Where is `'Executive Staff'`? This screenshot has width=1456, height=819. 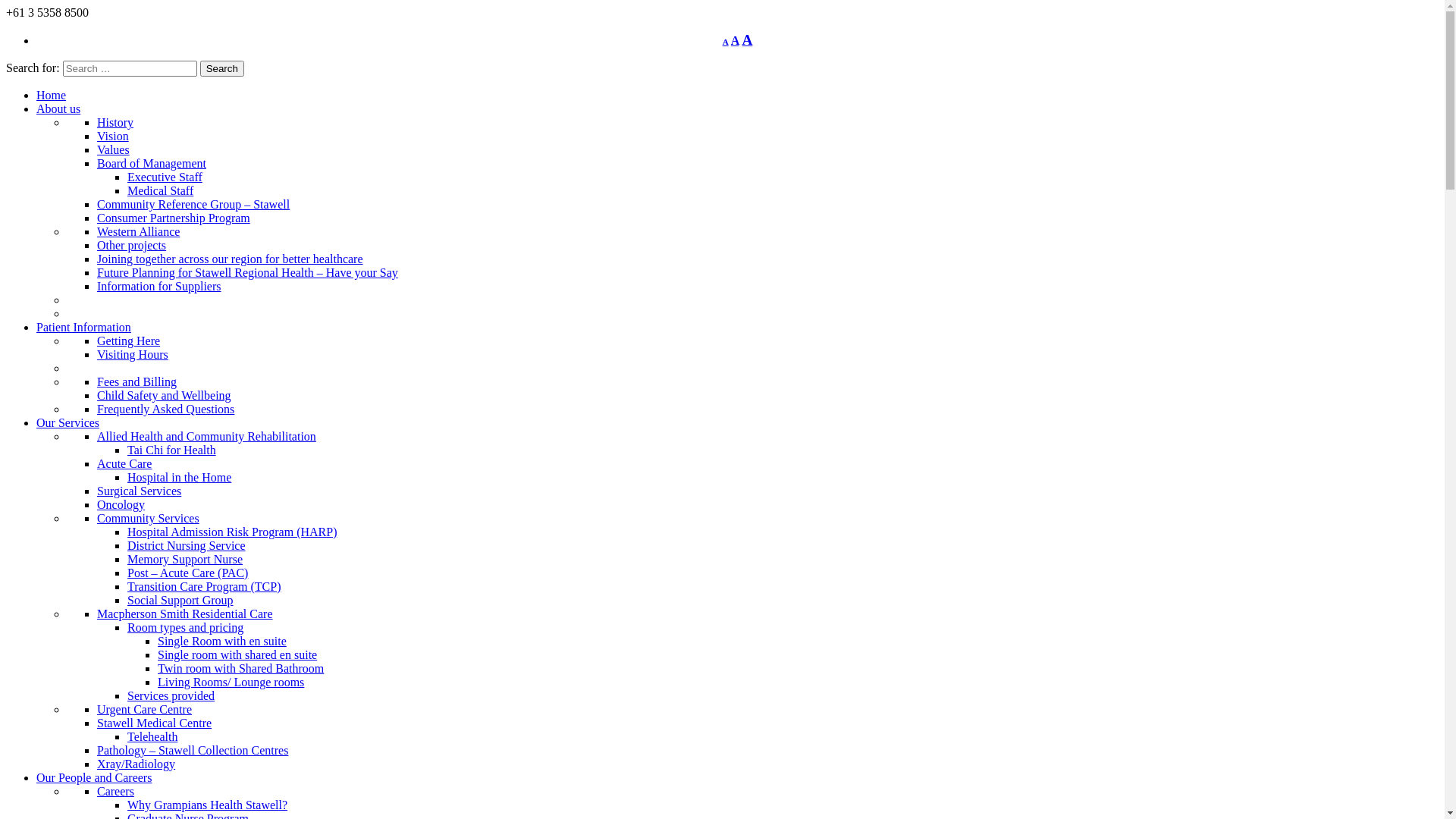 'Executive Staff' is located at coordinates (165, 176).